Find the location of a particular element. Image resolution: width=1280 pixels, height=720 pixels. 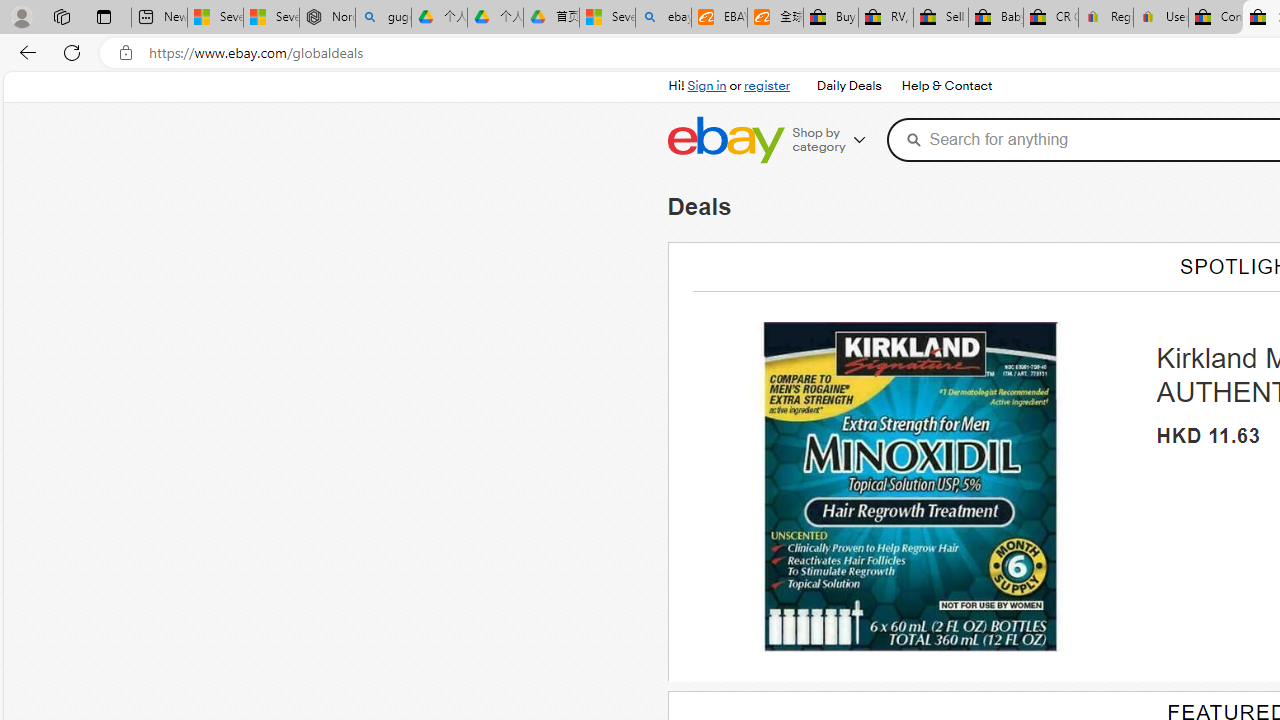

'Tab actions menu' is located at coordinates (103, 16).